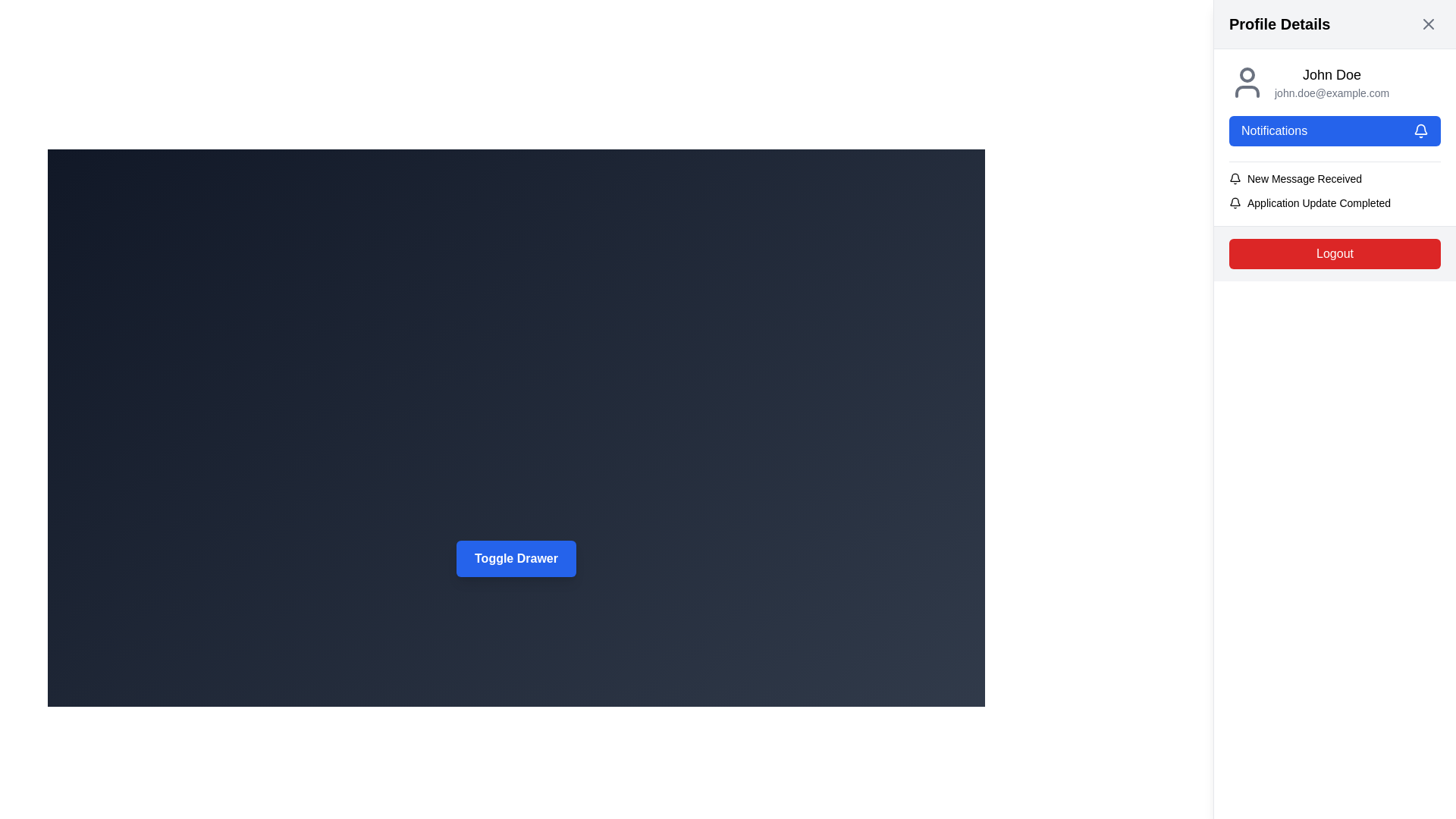 This screenshot has width=1456, height=819. I want to click on the small bell icon located to the immediate left of the text 'New Message Received' within the notifications sub-section of the side panel, so click(1235, 177).